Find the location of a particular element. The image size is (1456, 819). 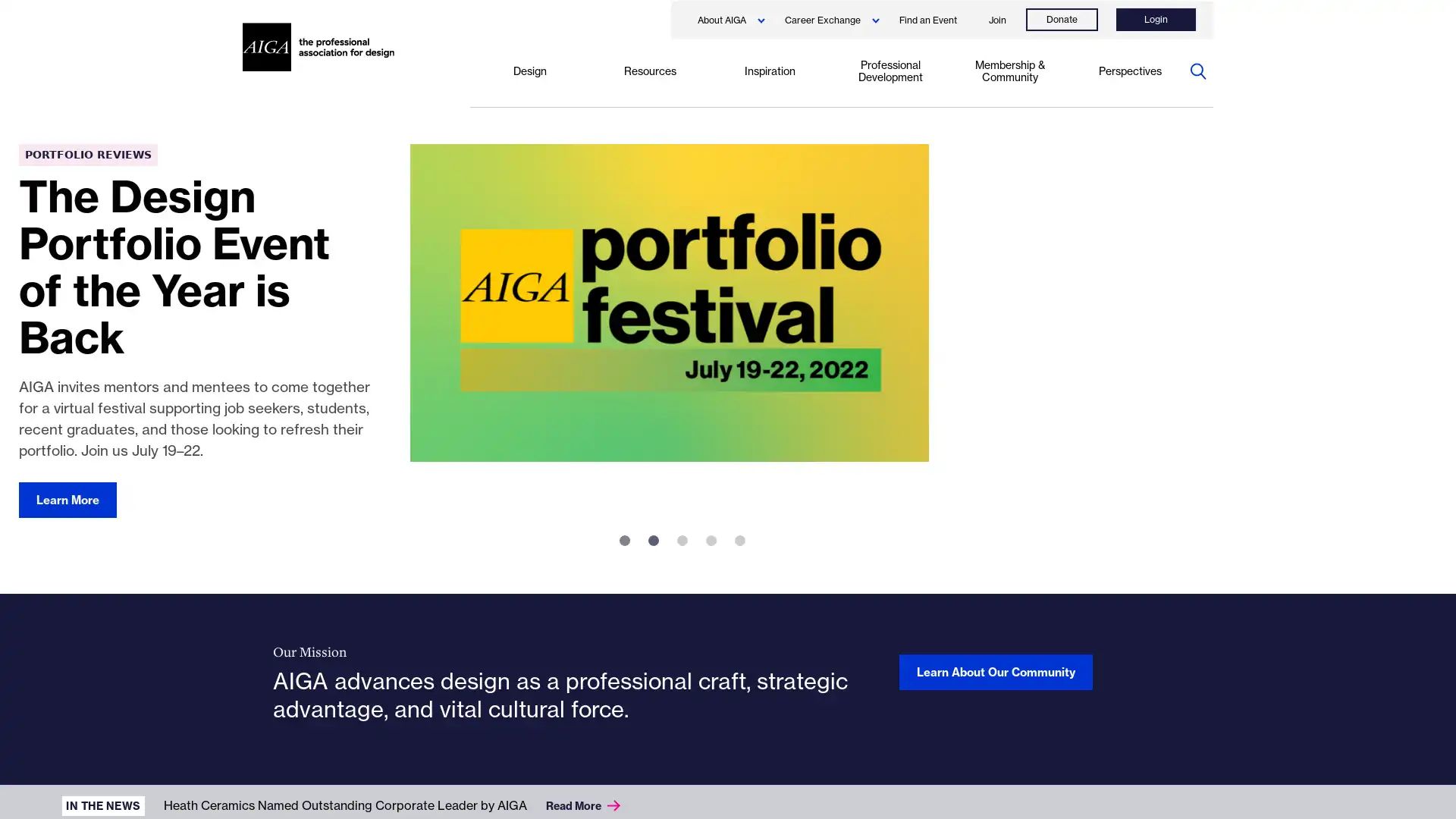

1 of 5 is located at coordinates (625, 540).